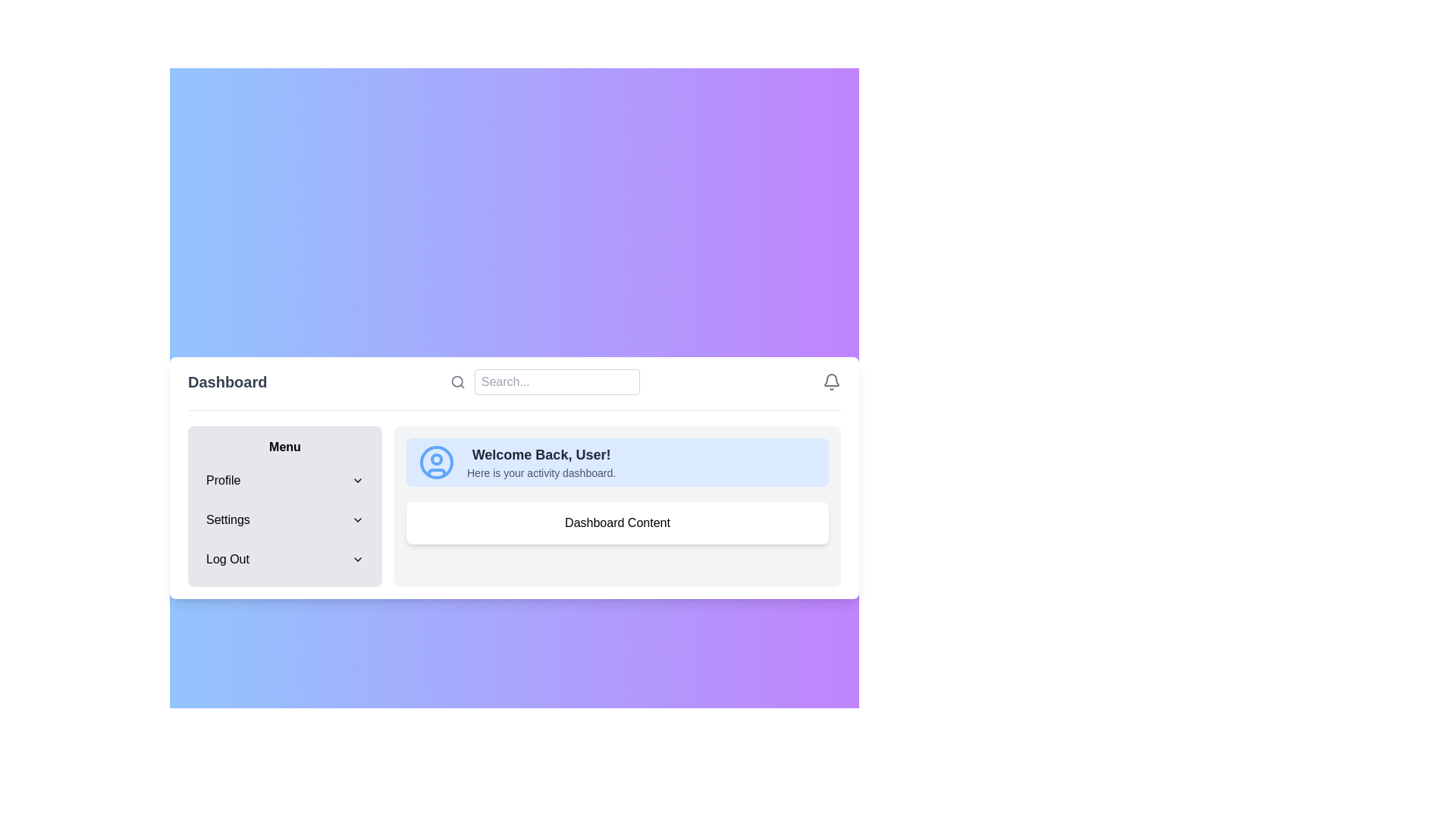 This screenshot has height=819, width=1456. Describe the element at coordinates (436, 461) in the screenshot. I see `SVG Circle with a blue outline and light-colored fill, located within the user avatar icon in the 'Welcome Back, User!' section of the dashboard` at that location.